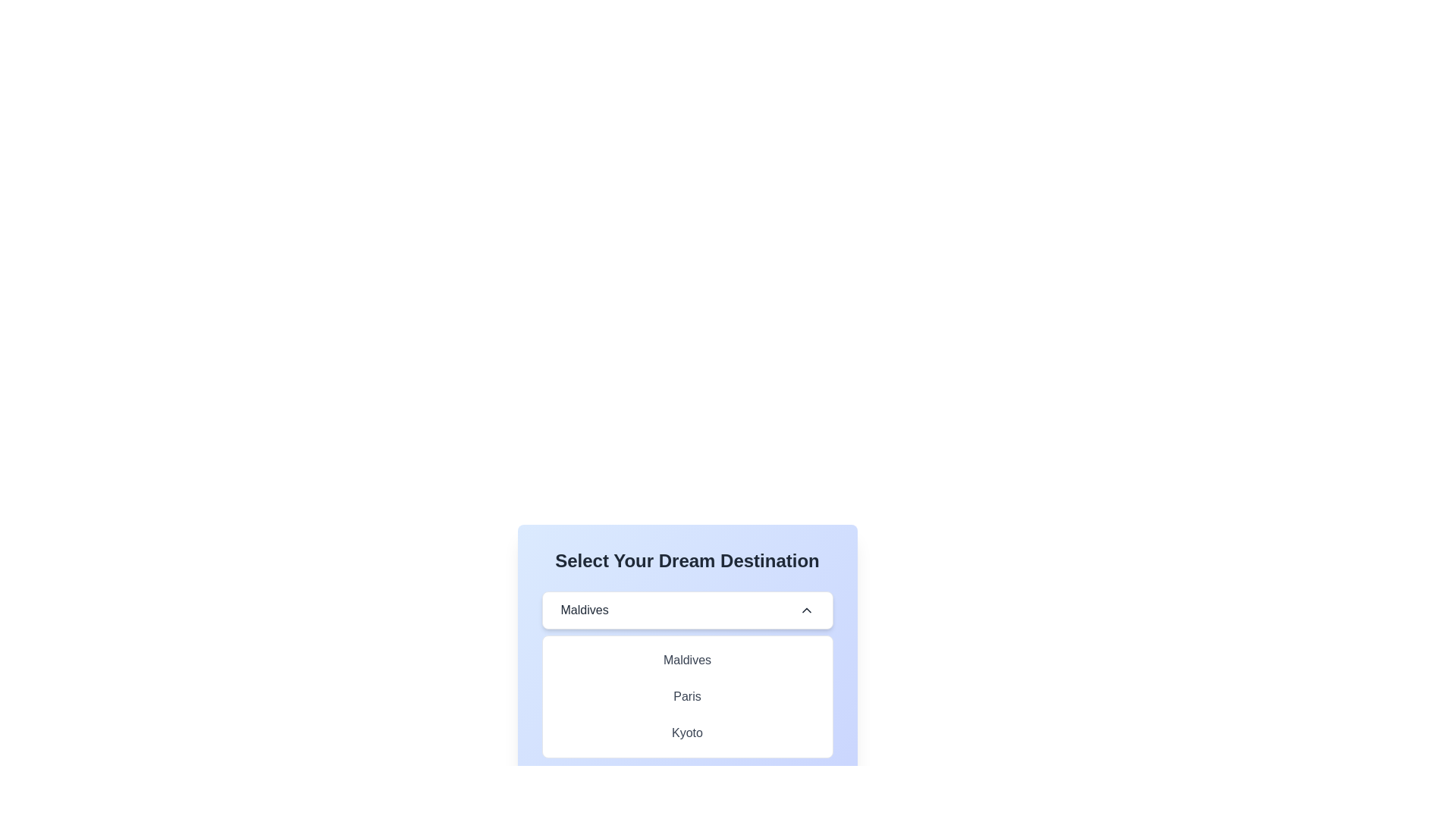 The width and height of the screenshot is (1456, 819). What do you see at coordinates (686, 733) in the screenshot?
I see `the dropdown option labeled 'Kyoto'` at bounding box center [686, 733].